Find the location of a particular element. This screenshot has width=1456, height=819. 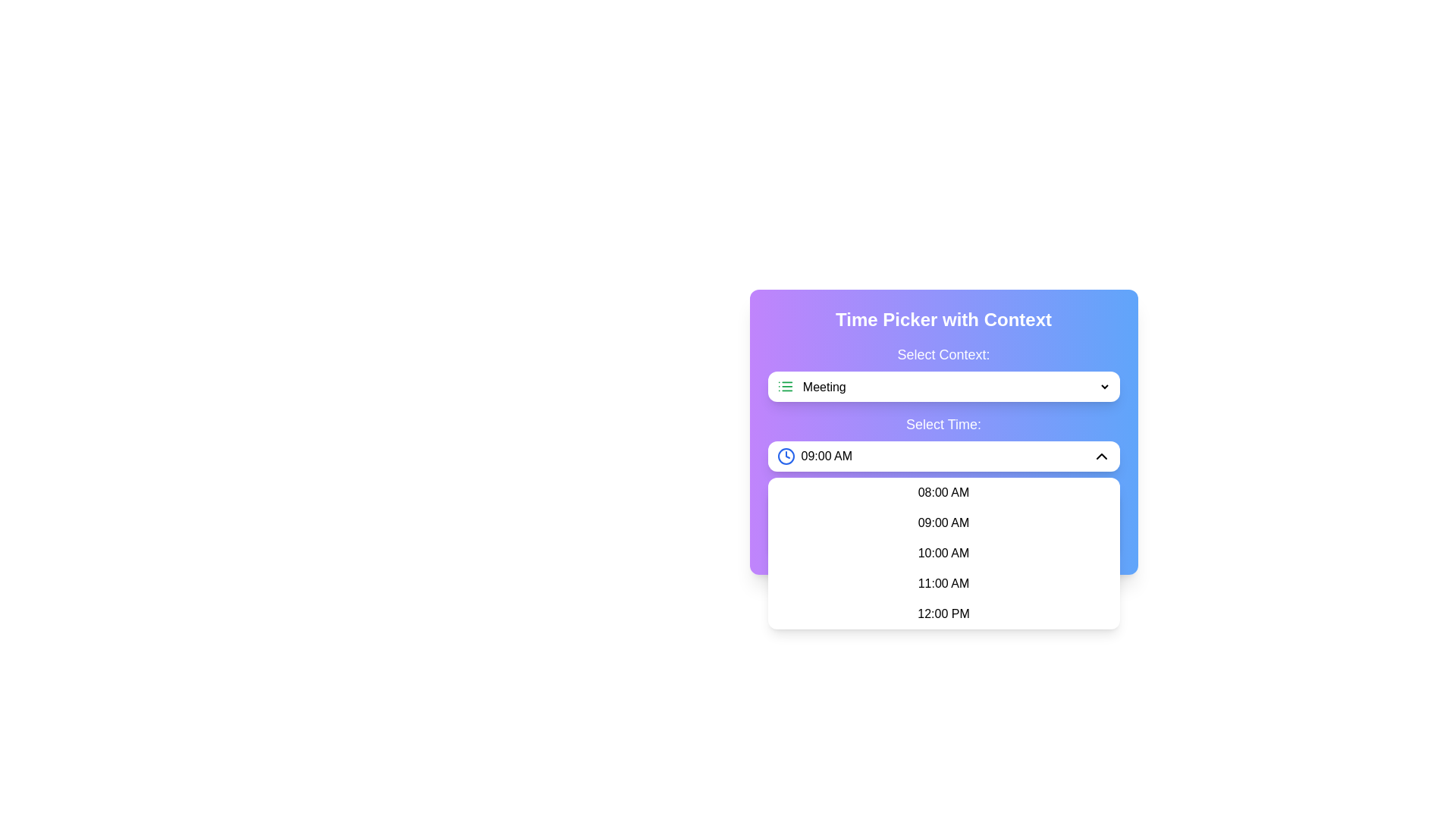

the time option '10:00 AM' in the dropdown menu is located at coordinates (943, 553).